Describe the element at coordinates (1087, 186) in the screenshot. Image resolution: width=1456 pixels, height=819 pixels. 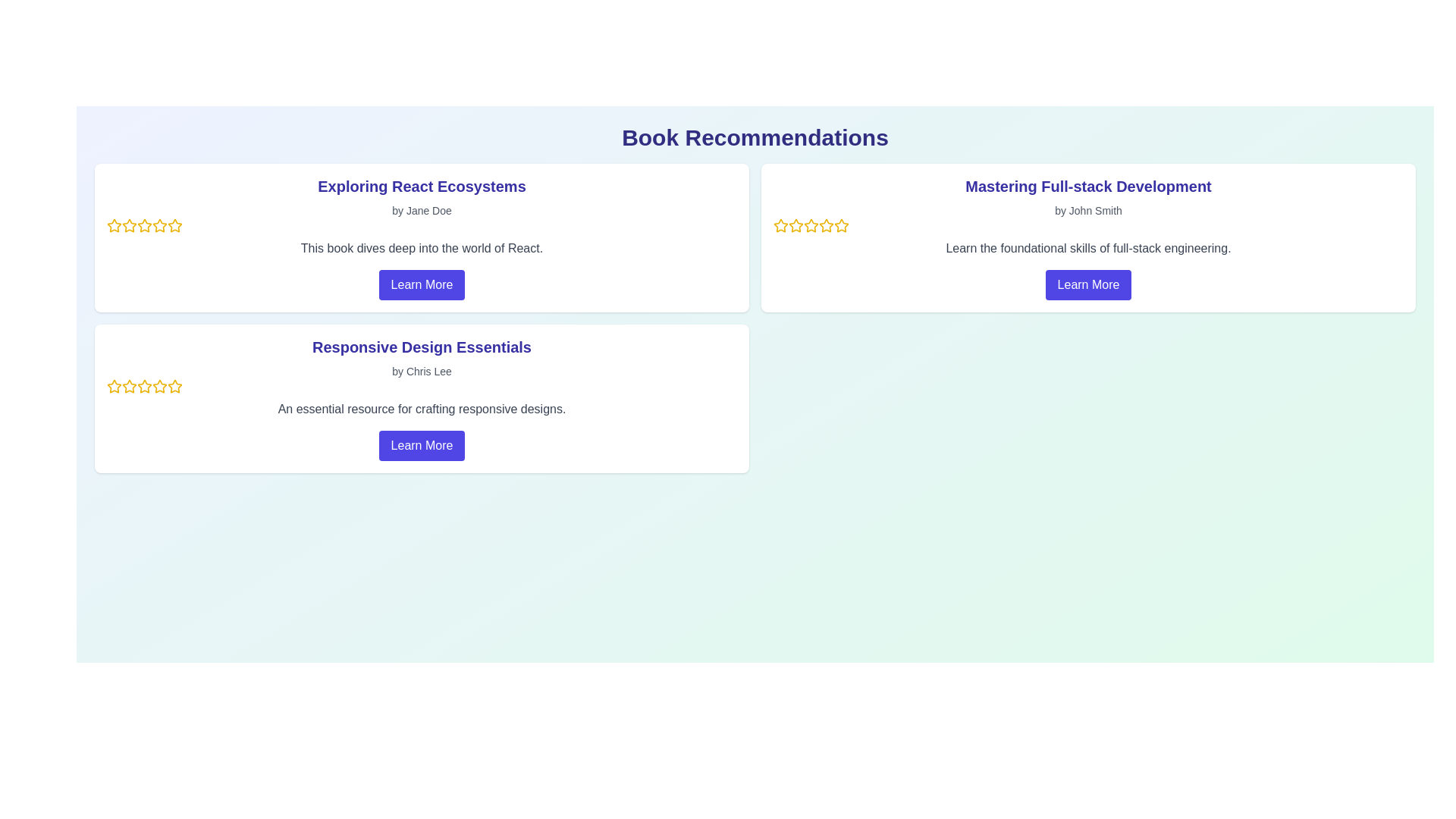
I see `the text label displaying 'Mastering Full-stack Development' which is prominently styled in indigo-blue and located at the top middle of the card` at that location.